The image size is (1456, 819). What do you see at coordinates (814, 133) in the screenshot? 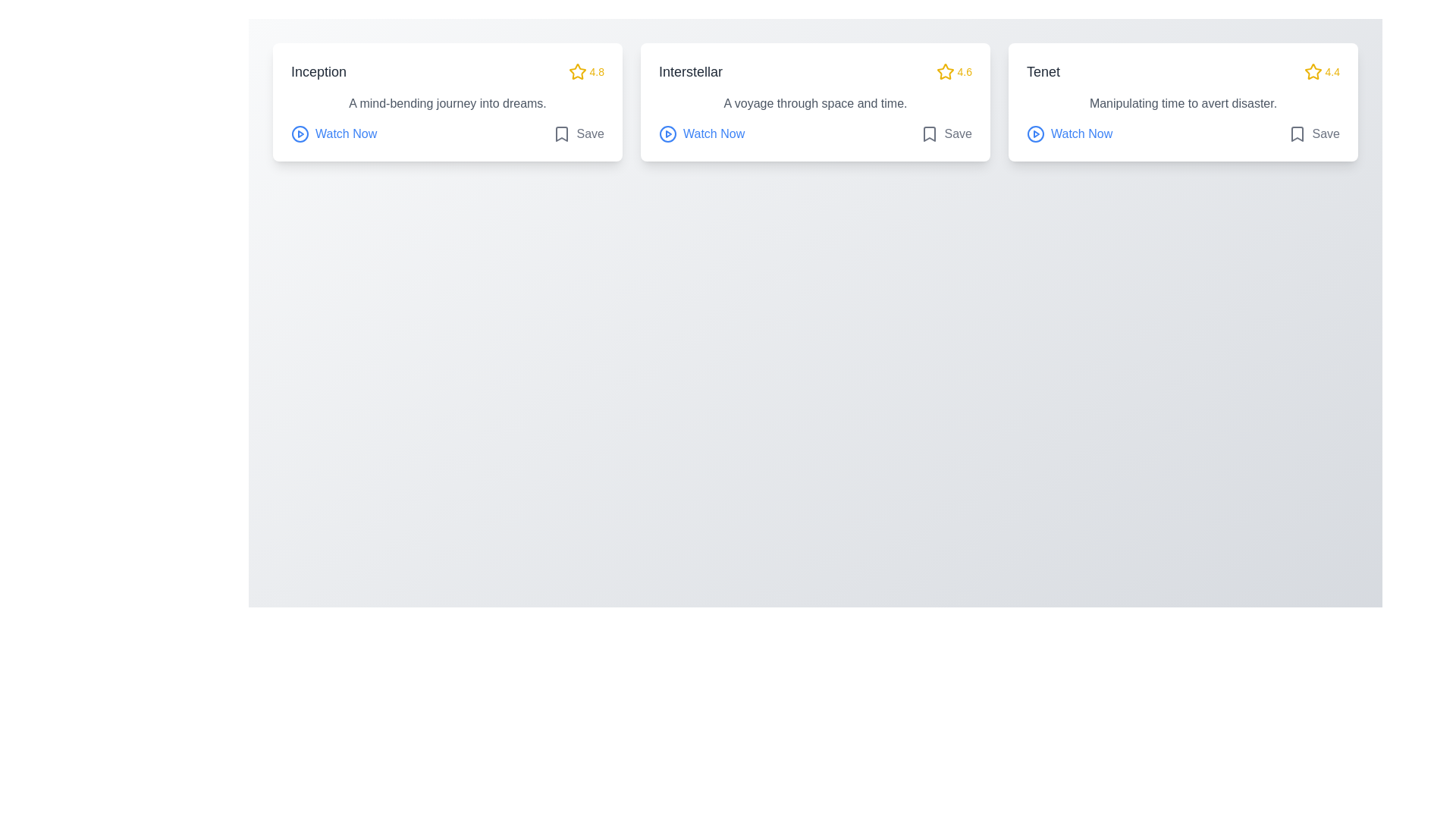
I see `the blue 'Watch Now' button on the combined action bar located at the bottom of the 'Interstellar' card to initiate playback` at bounding box center [814, 133].